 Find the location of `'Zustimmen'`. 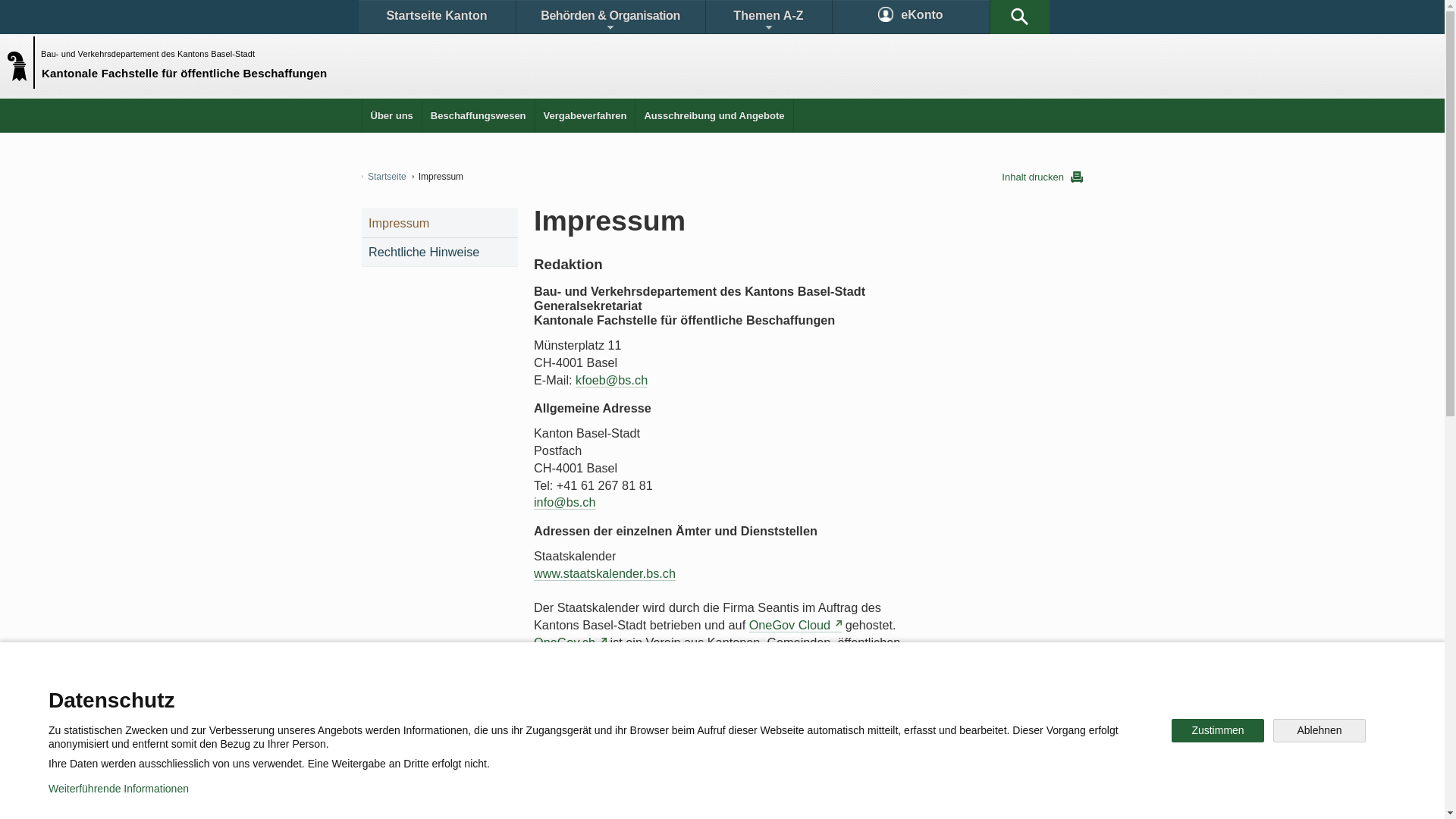

'Zustimmen' is located at coordinates (1171, 730).